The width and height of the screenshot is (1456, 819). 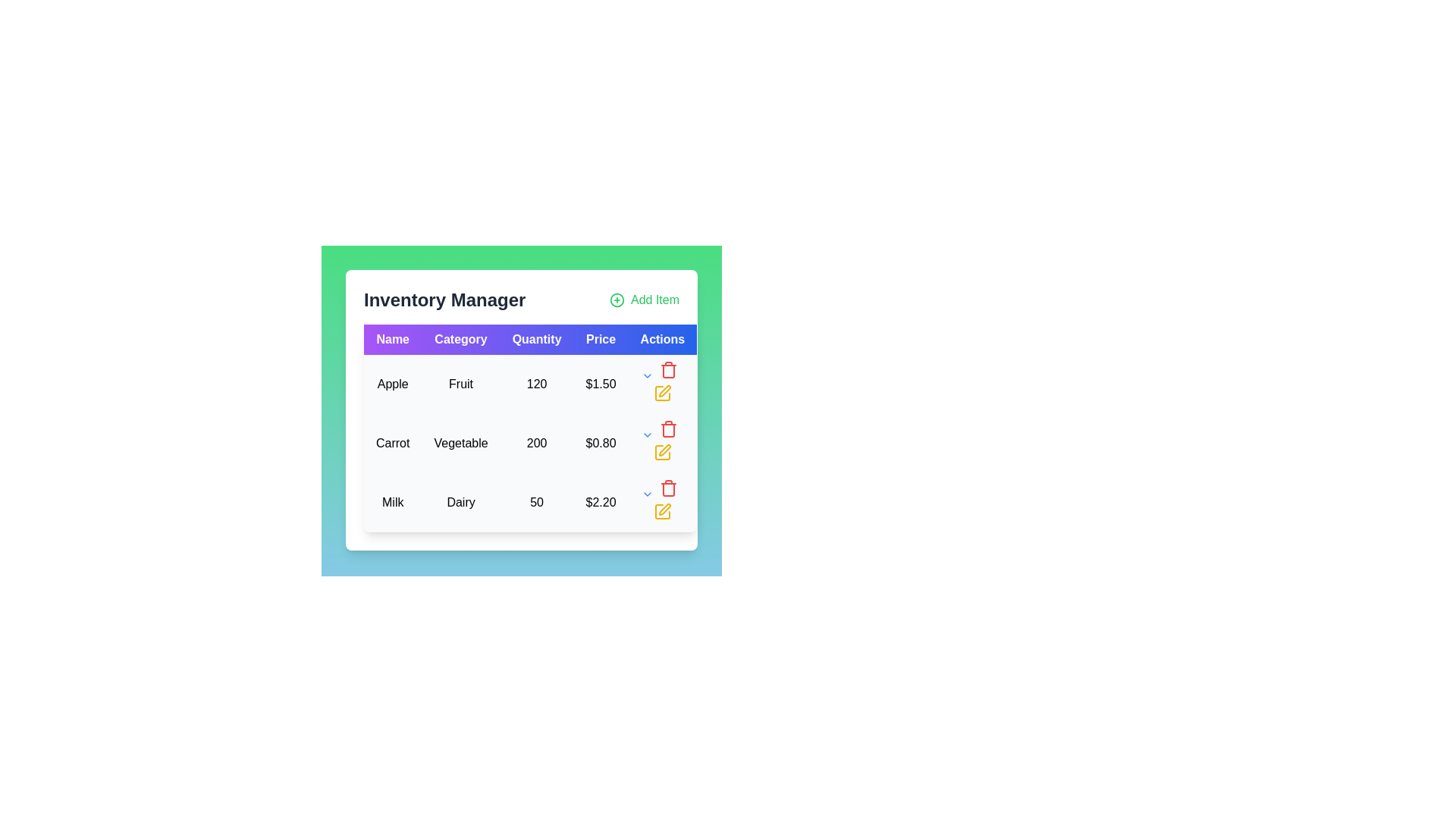 I want to click on the yellow pencil icon button located in the first row of the 'Actions' column in the table, so click(x=662, y=393).